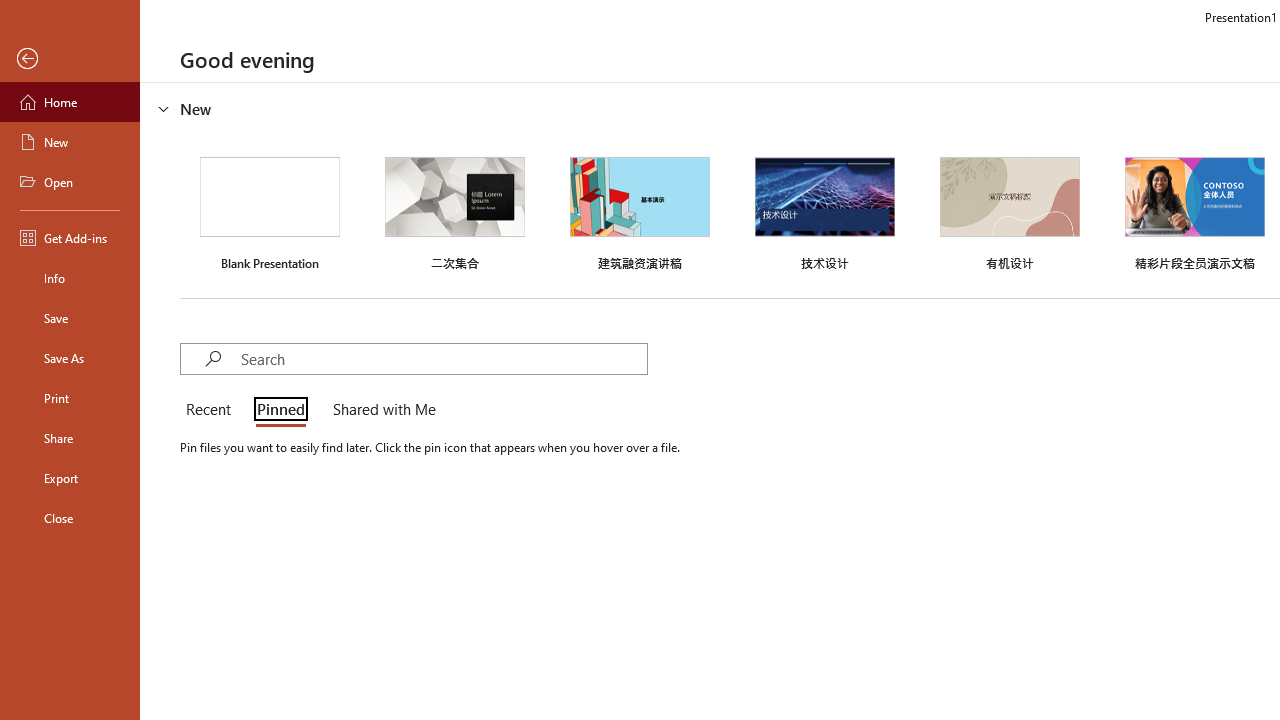 This screenshot has width=1280, height=720. What do you see at coordinates (69, 58) in the screenshot?
I see `'Back'` at bounding box center [69, 58].